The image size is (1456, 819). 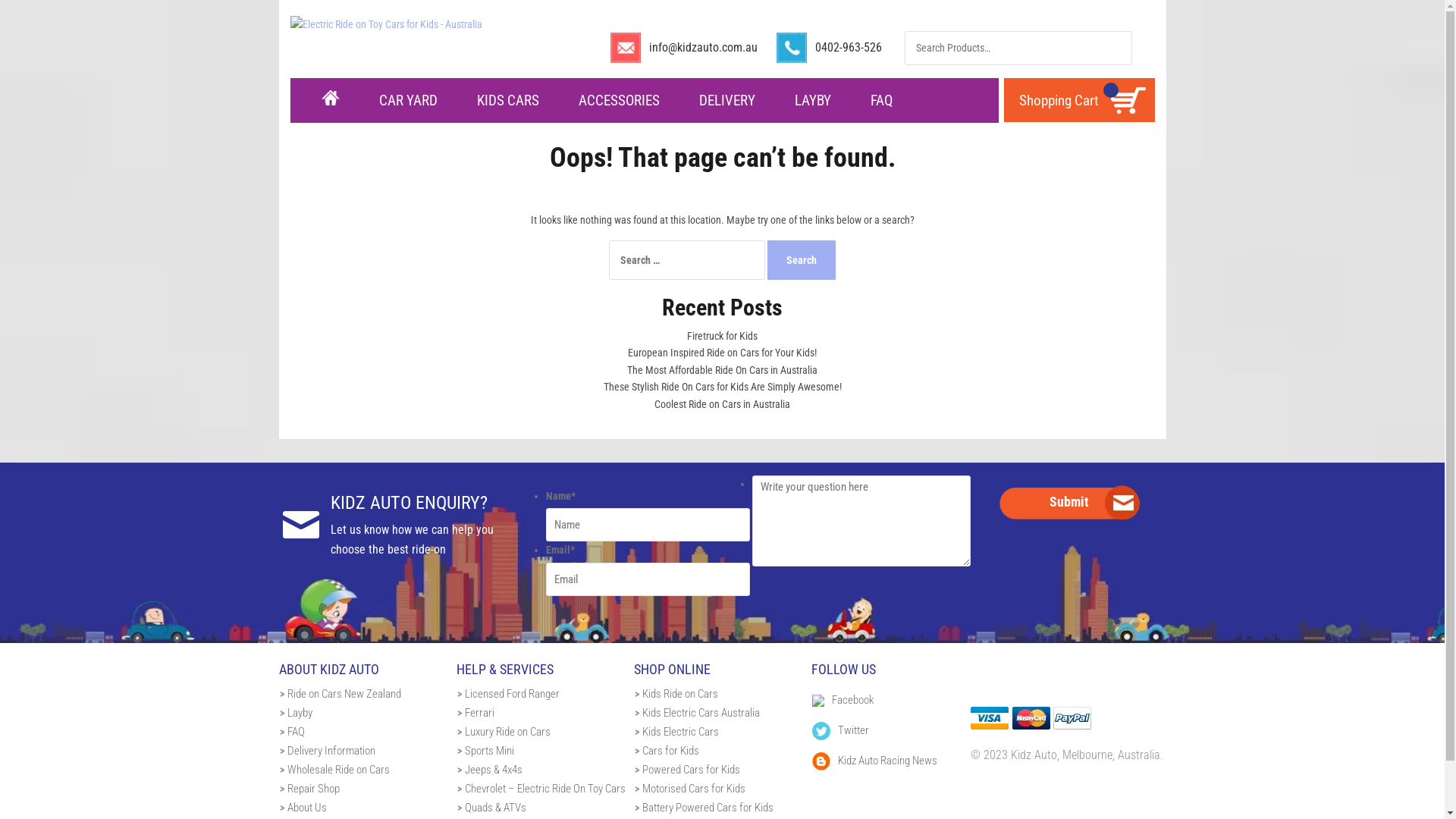 I want to click on 'The Most Affordable Ride On Cars in Australia', so click(x=721, y=370).